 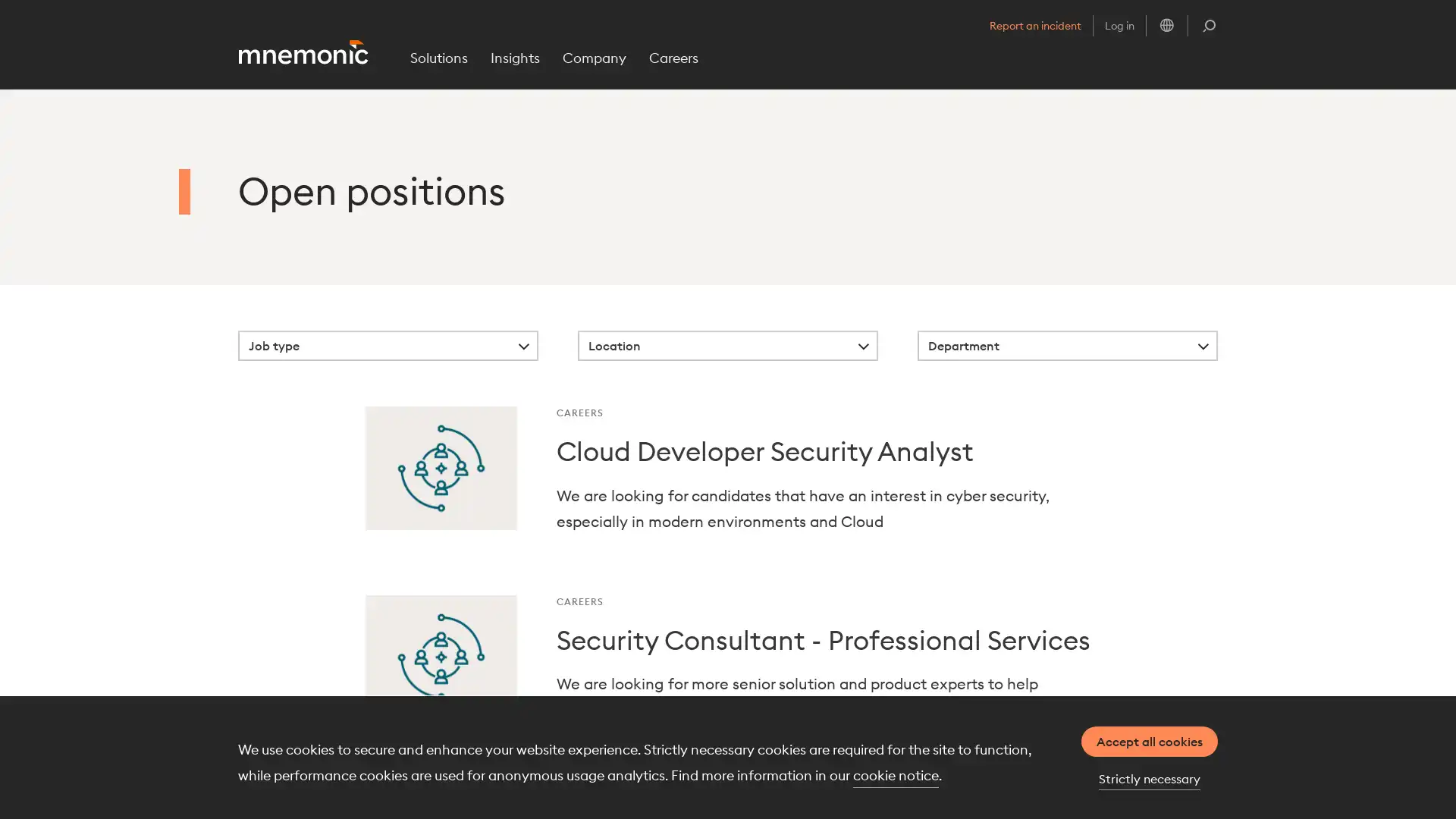 What do you see at coordinates (1150, 741) in the screenshot?
I see `Accept all cookies` at bounding box center [1150, 741].